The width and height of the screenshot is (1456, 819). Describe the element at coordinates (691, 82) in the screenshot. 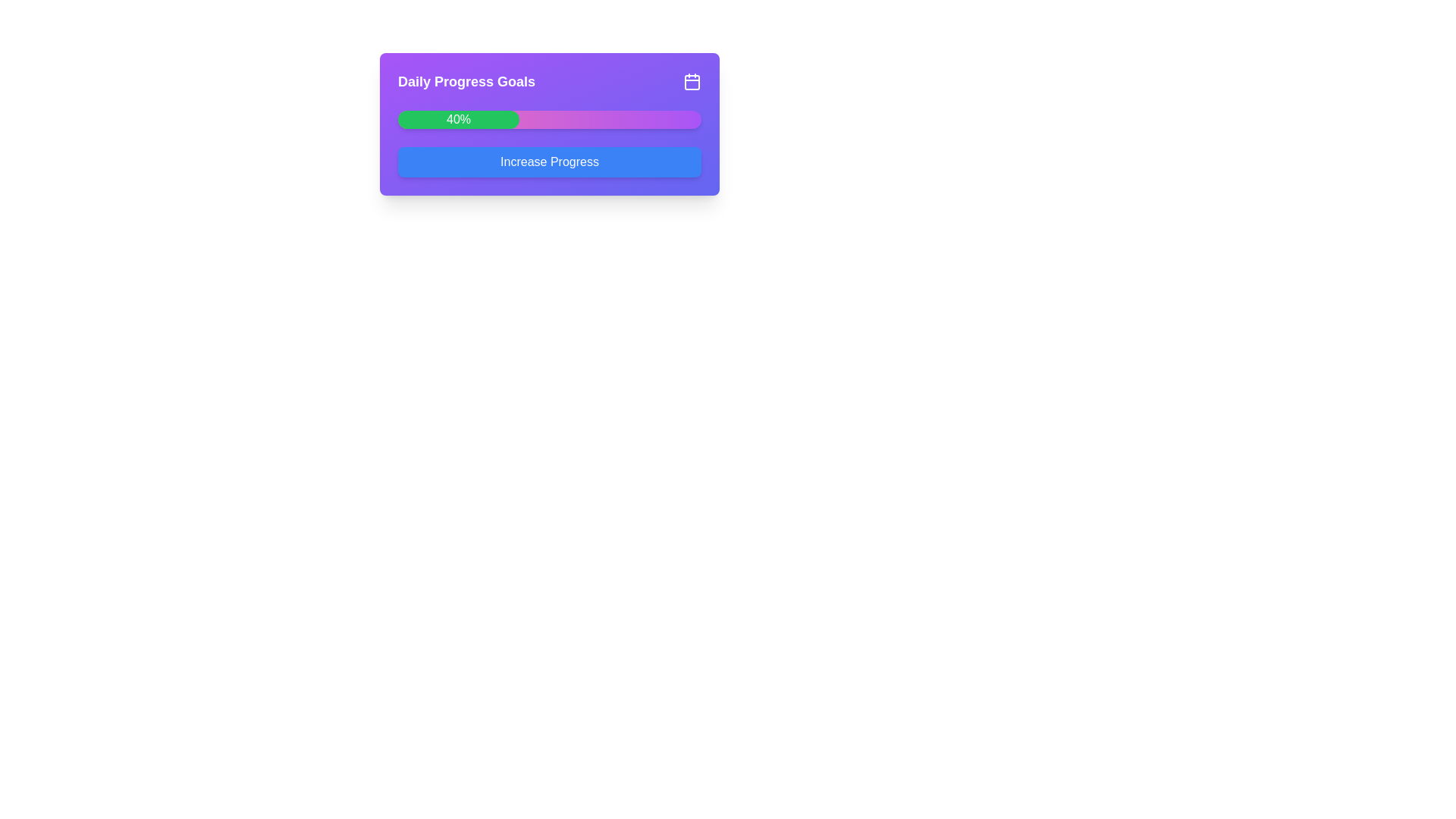

I see `the main body of the calendar icon, which is a rounded rectangle located in the top-right corner of the 'Daily Progress Goals' card` at that location.